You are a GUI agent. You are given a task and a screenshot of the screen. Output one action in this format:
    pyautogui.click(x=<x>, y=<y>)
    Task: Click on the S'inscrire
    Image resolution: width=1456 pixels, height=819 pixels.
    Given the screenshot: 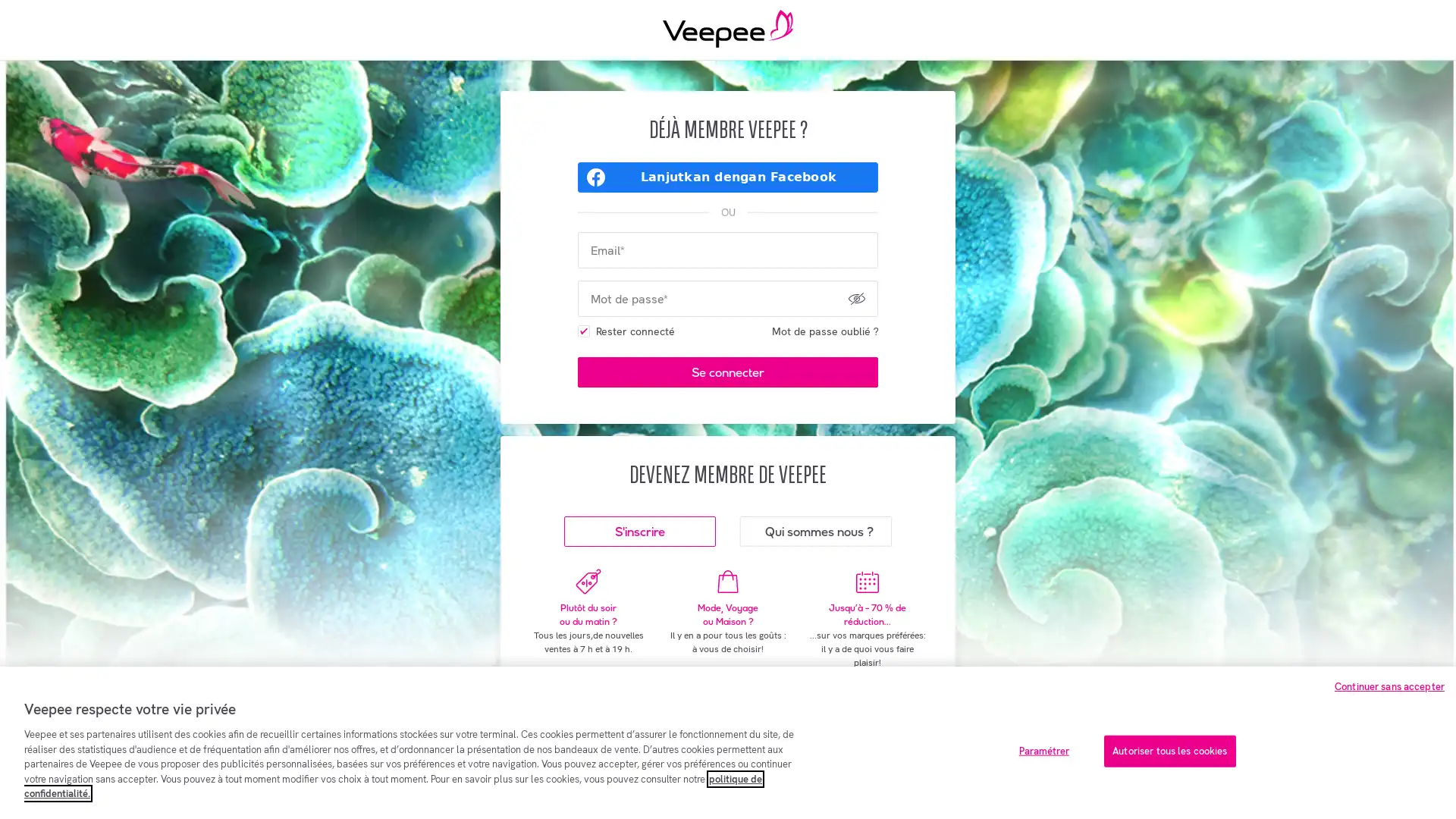 What is the action you would take?
    pyautogui.click(x=640, y=531)
    